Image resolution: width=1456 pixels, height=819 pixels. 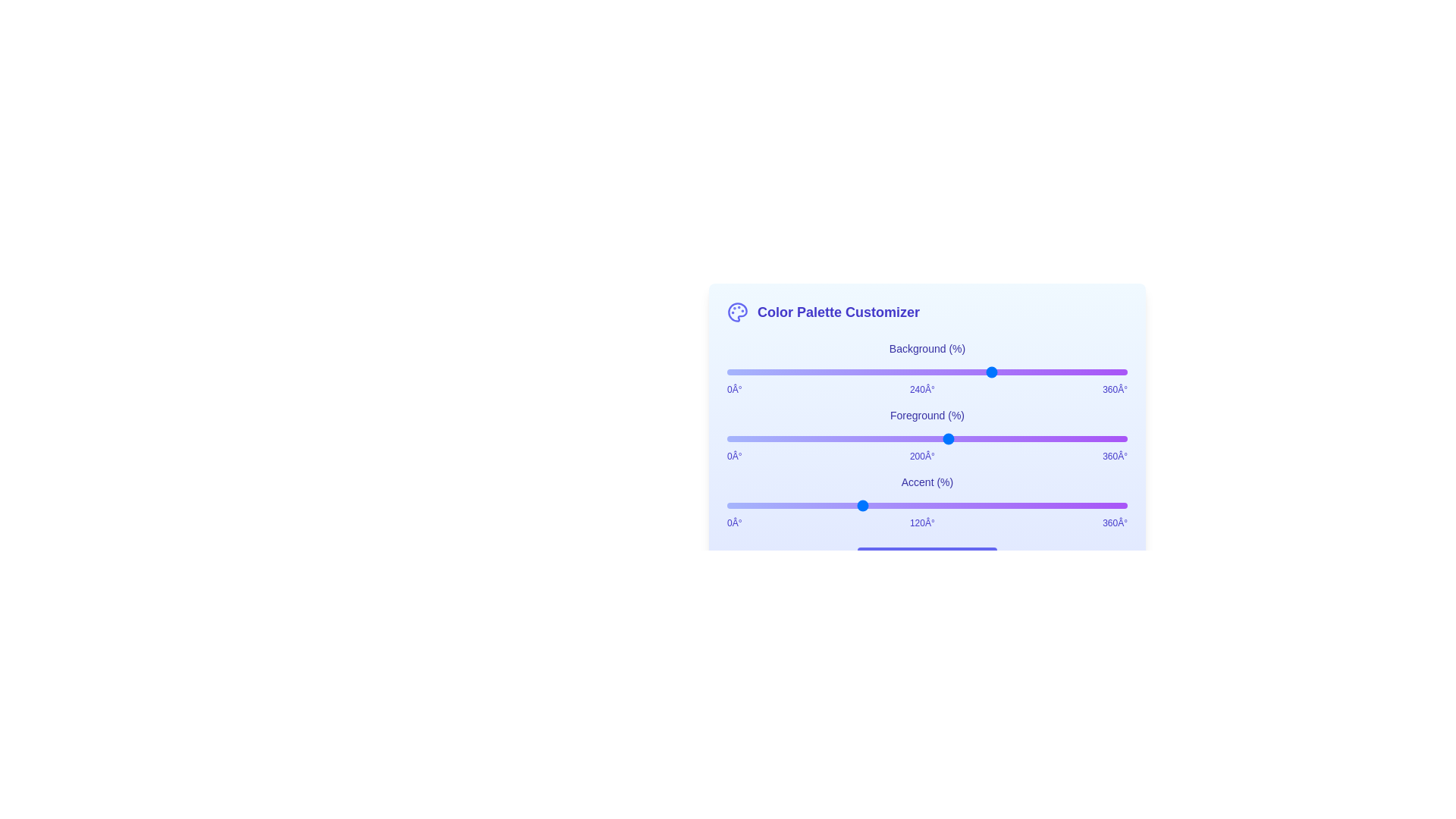 I want to click on the background color slider to set the hue to 256 degrees, so click(x=1012, y=372).